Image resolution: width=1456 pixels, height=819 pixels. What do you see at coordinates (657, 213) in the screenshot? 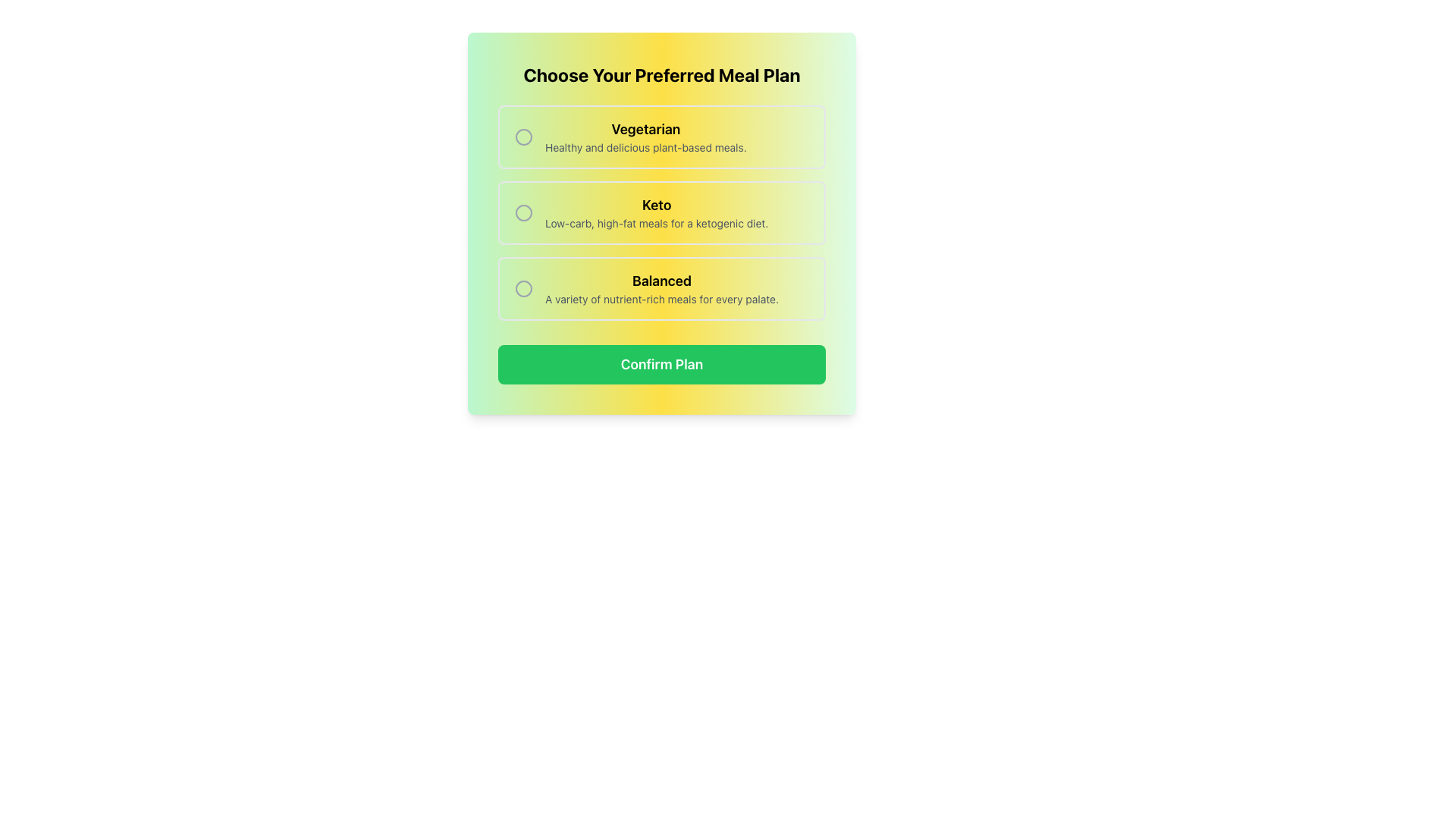
I see `description text 'Low-carb, high-fat meals for a ketogenic diet.' from the Keto meal plan label, which is prominently displayed in the middle selectable option of the meal plans` at bounding box center [657, 213].